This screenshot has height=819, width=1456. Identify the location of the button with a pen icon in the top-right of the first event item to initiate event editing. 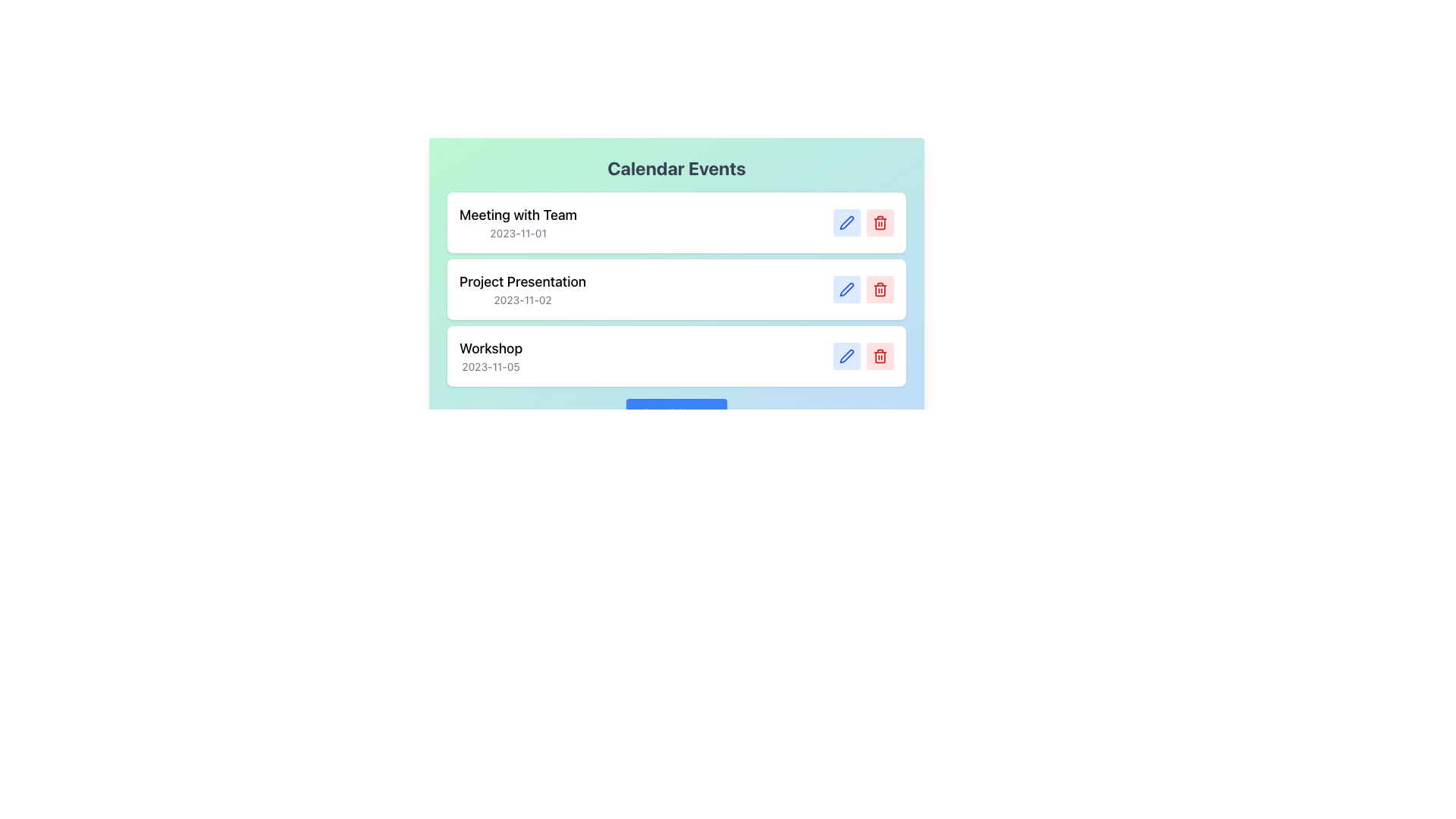
(846, 222).